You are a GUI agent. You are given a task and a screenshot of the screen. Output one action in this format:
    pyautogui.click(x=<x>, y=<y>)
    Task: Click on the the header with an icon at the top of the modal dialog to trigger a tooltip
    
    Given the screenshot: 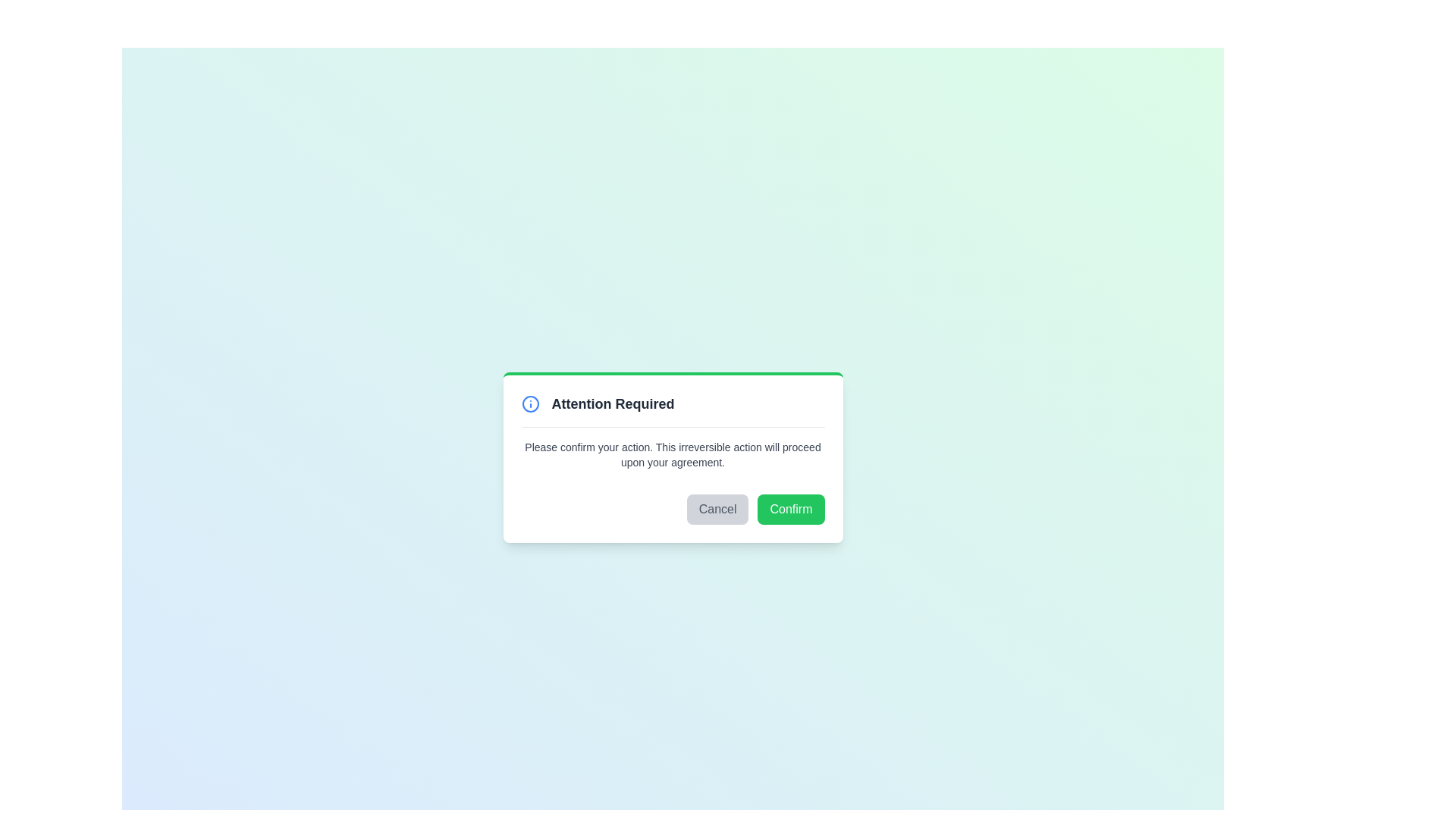 What is the action you would take?
    pyautogui.click(x=672, y=409)
    